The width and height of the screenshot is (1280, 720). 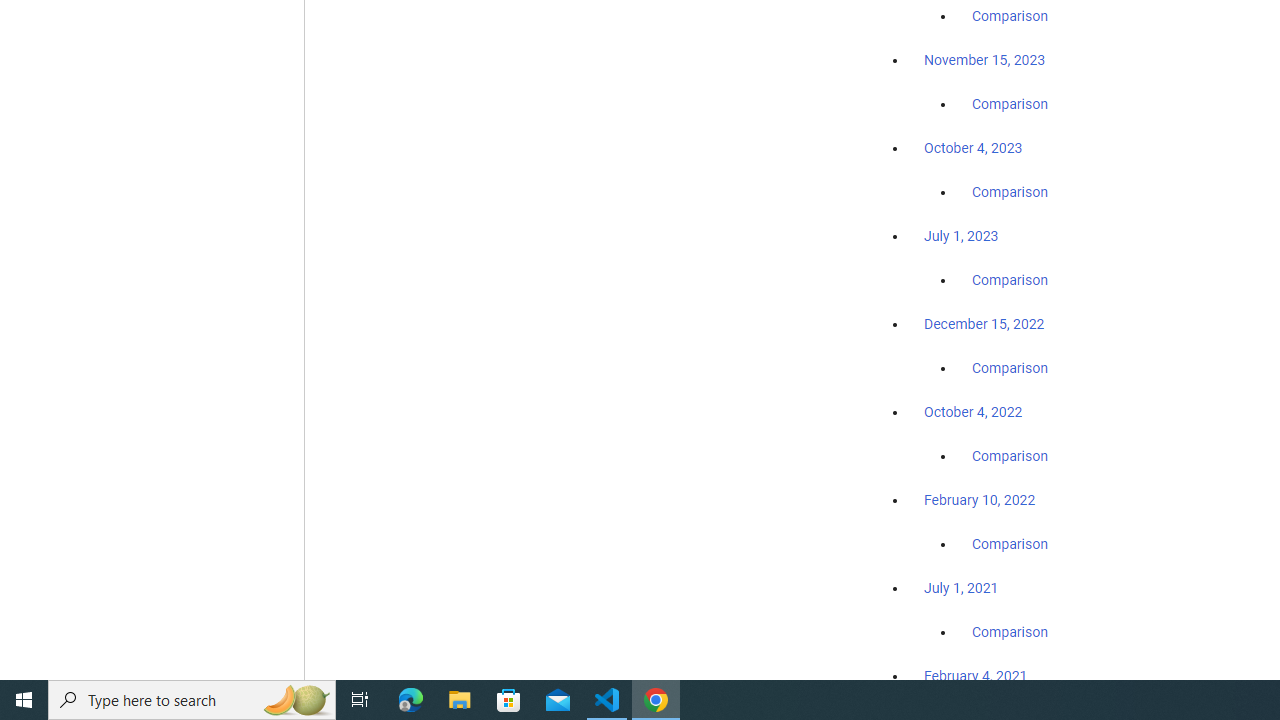 I want to click on 'Visual Studio Code - 1 running window', so click(x=606, y=698).